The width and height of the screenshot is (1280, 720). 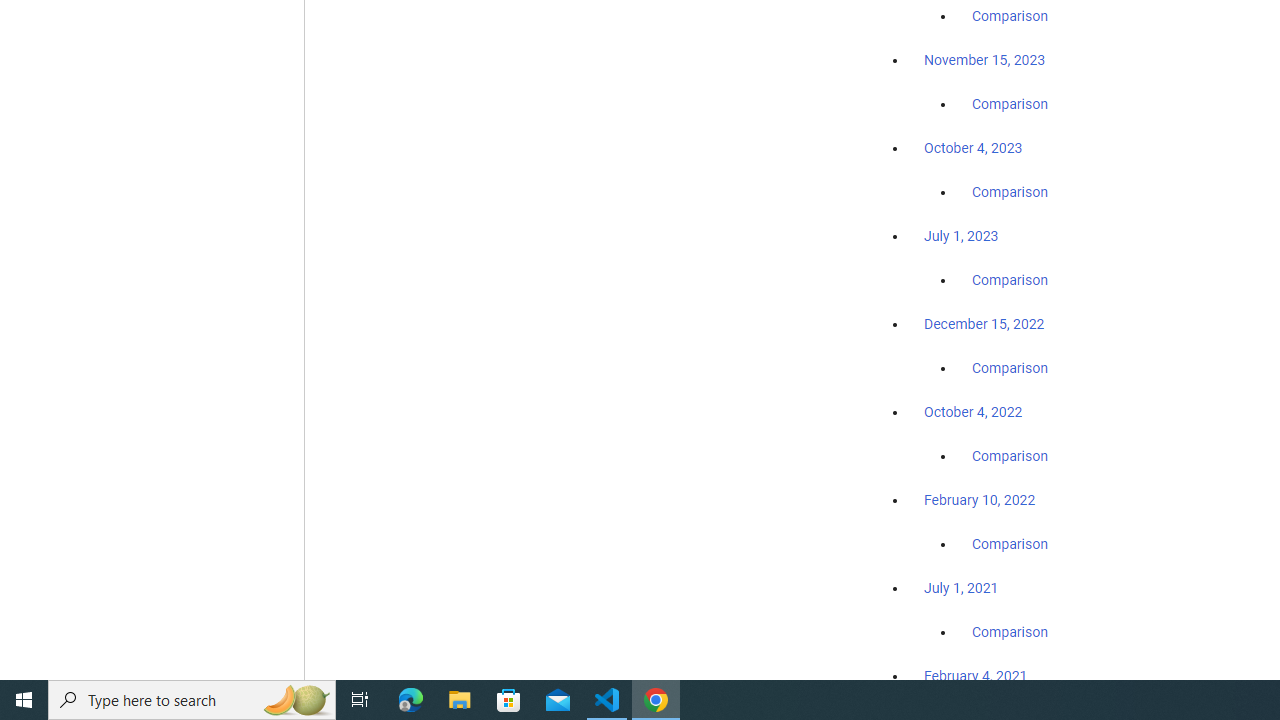 I want to click on 'Visual Studio Code - 1 running window', so click(x=606, y=698).